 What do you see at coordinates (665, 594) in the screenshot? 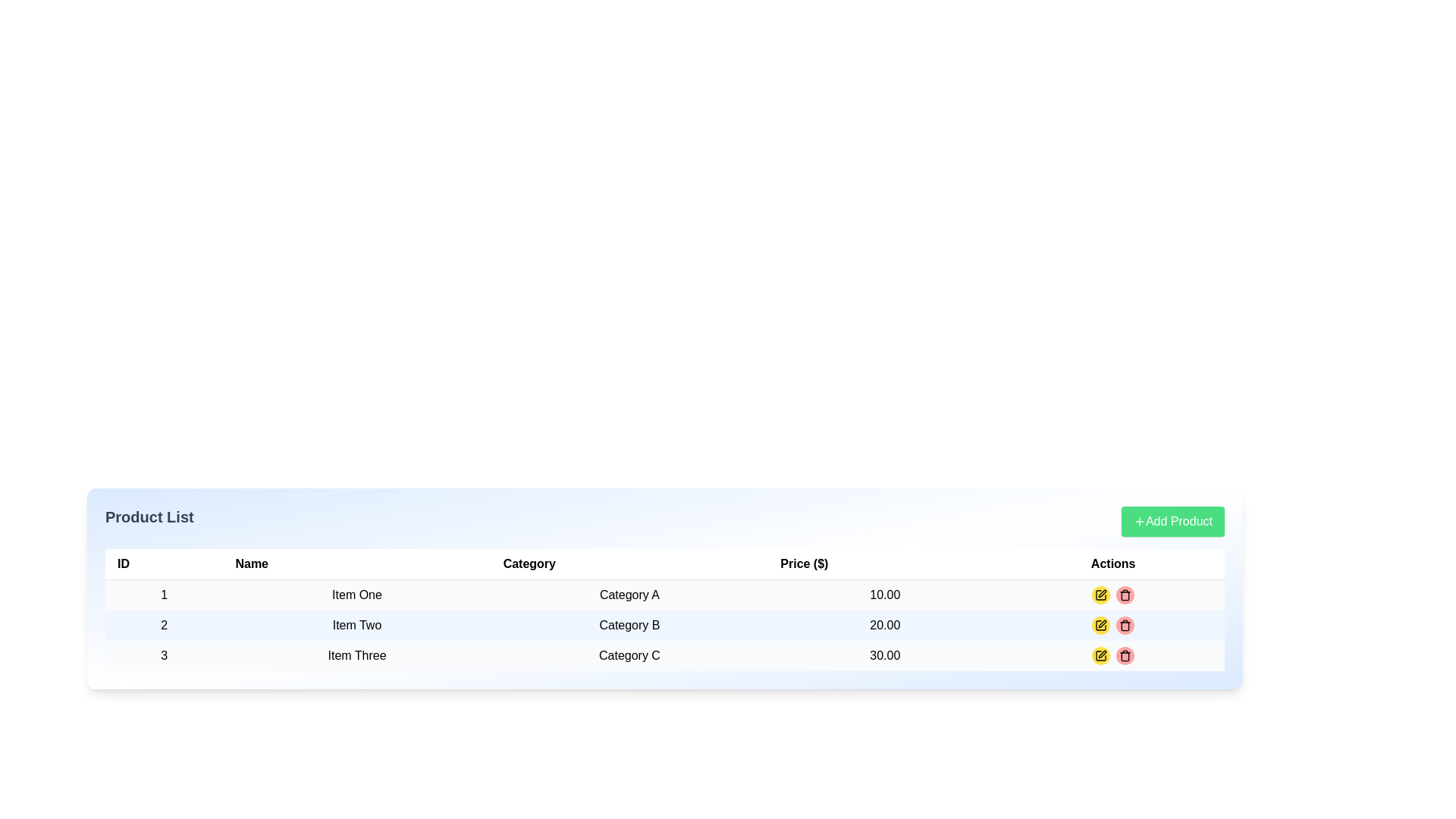
I see `the first row in the product table that contains the ID '1', product name 'Item One', category 'Category A', and price '10.00'` at bounding box center [665, 594].